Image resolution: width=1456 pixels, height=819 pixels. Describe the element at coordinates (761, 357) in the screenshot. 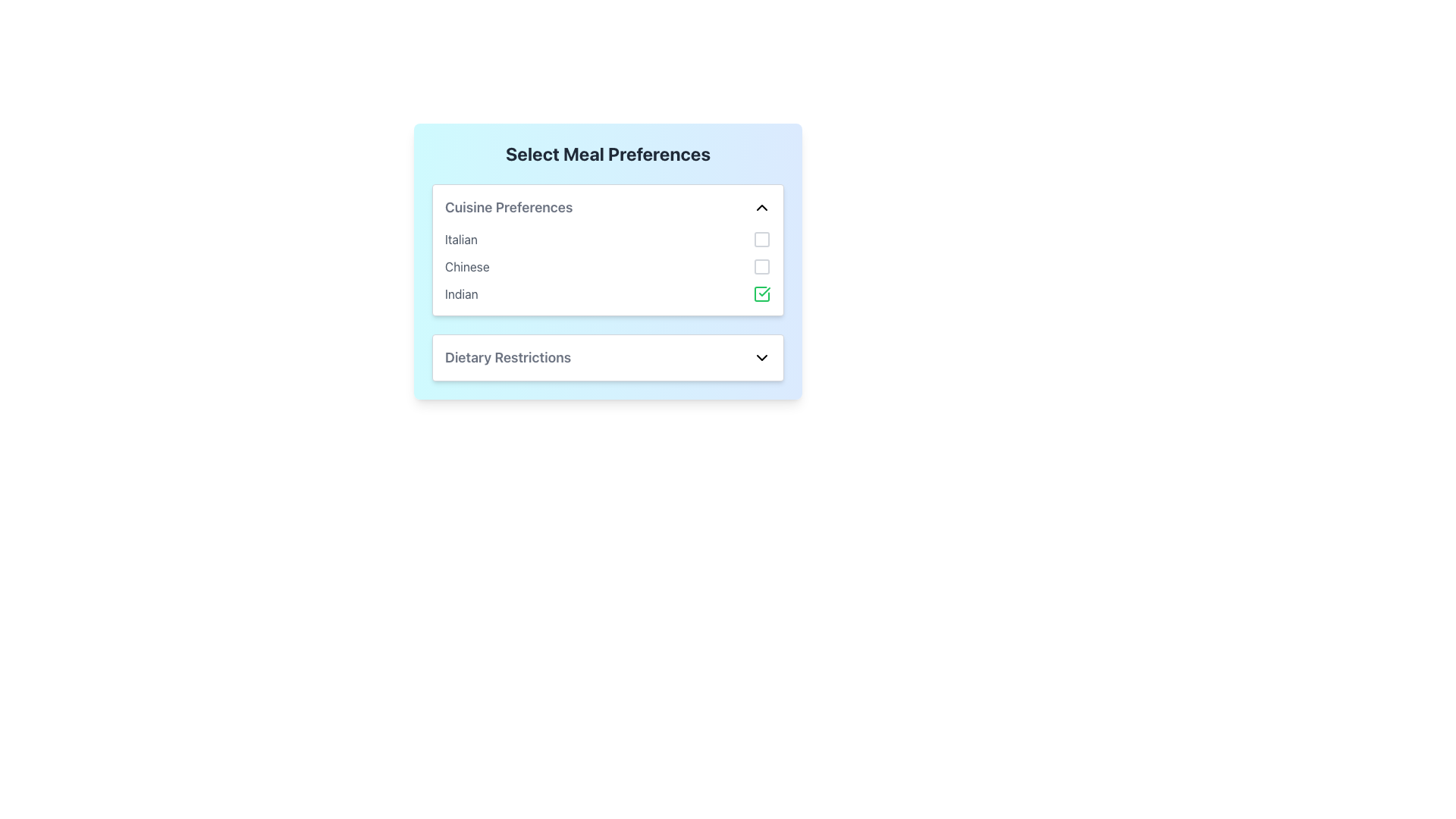

I see `the downward-pointing chevron icon button located at the far right side within the 'Dietary Restrictions' row to observe any interactive effects` at that location.